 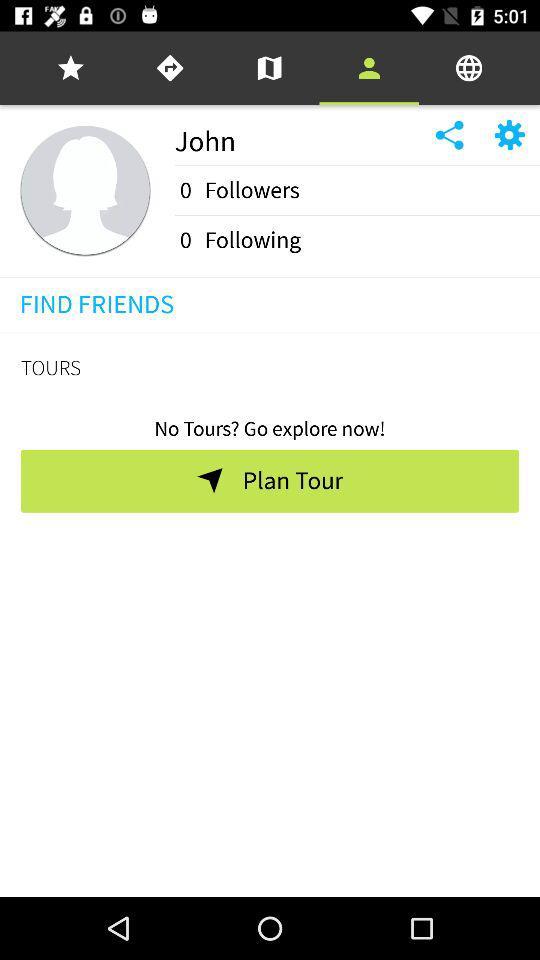 I want to click on find friends item, so click(x=95, y=304).